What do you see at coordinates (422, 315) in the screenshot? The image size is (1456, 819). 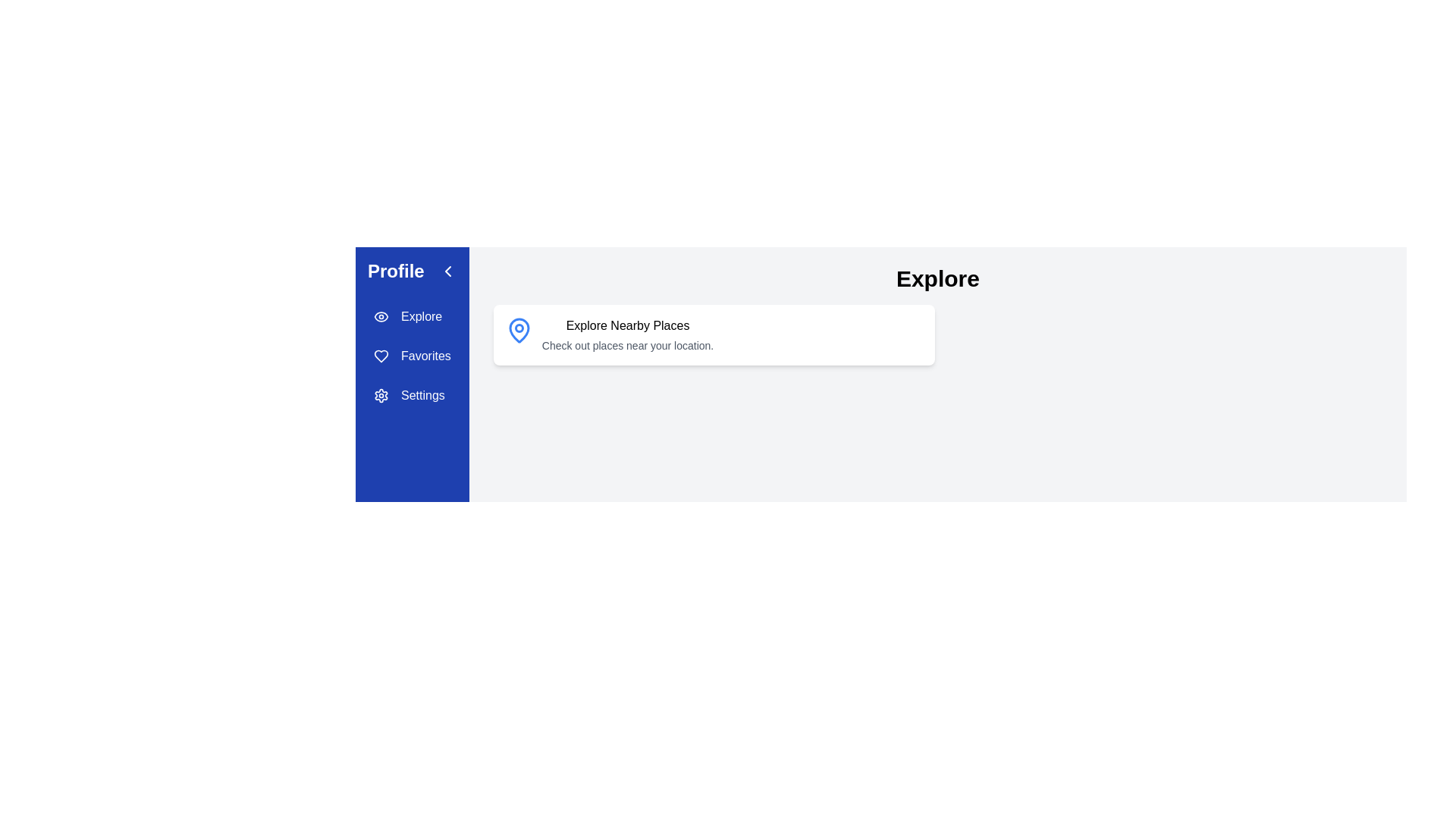 I see `the 'Explore' text label in the left-aligned navigation menu, which is styled with a bold font on a blue background` at bounding box center [422, 315].